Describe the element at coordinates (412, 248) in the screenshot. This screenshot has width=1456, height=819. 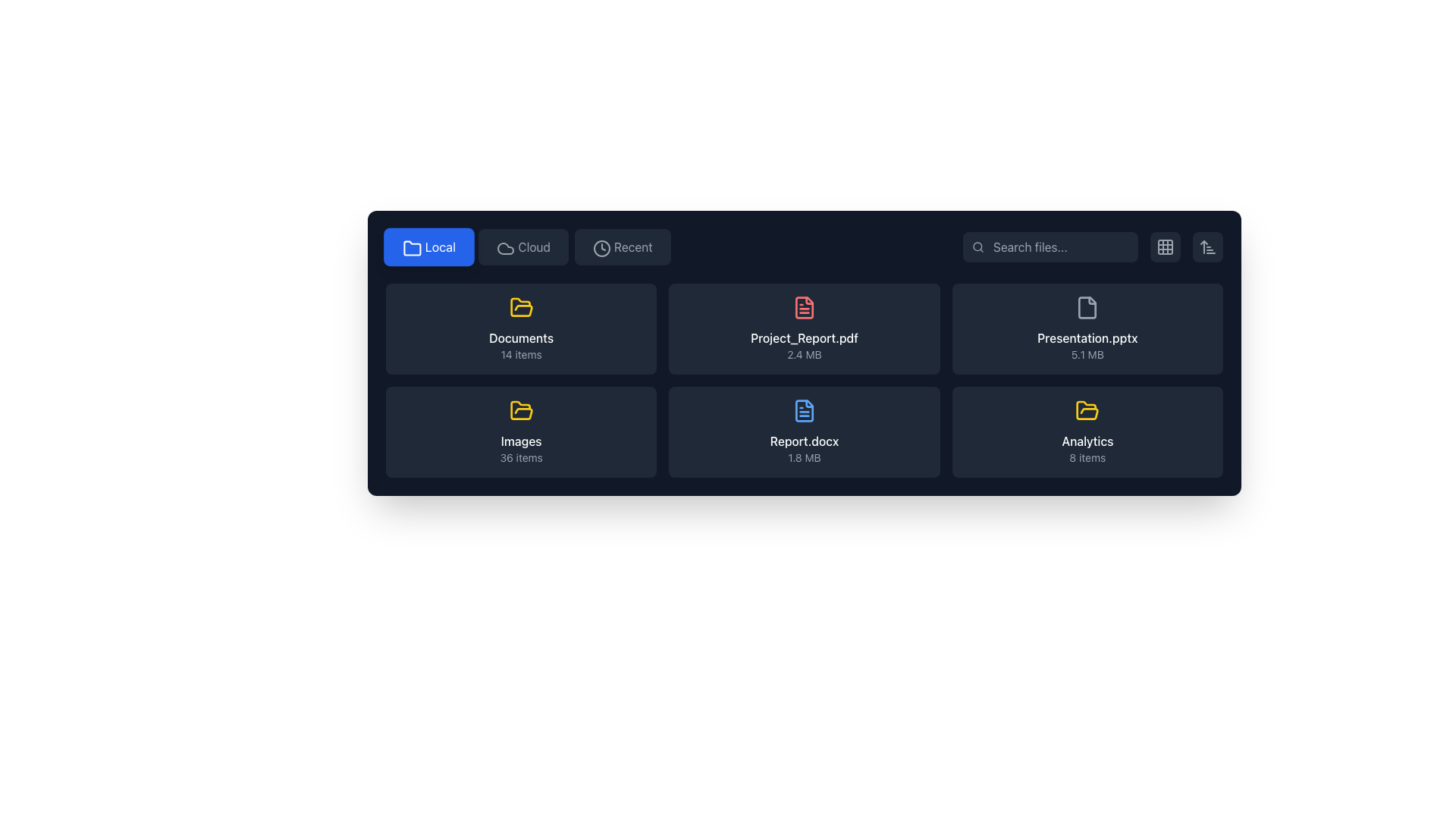
I see `the folder icon, which is a yellow outlined folder with a tab at the top, located inside the blue 'Local' button` at that location.